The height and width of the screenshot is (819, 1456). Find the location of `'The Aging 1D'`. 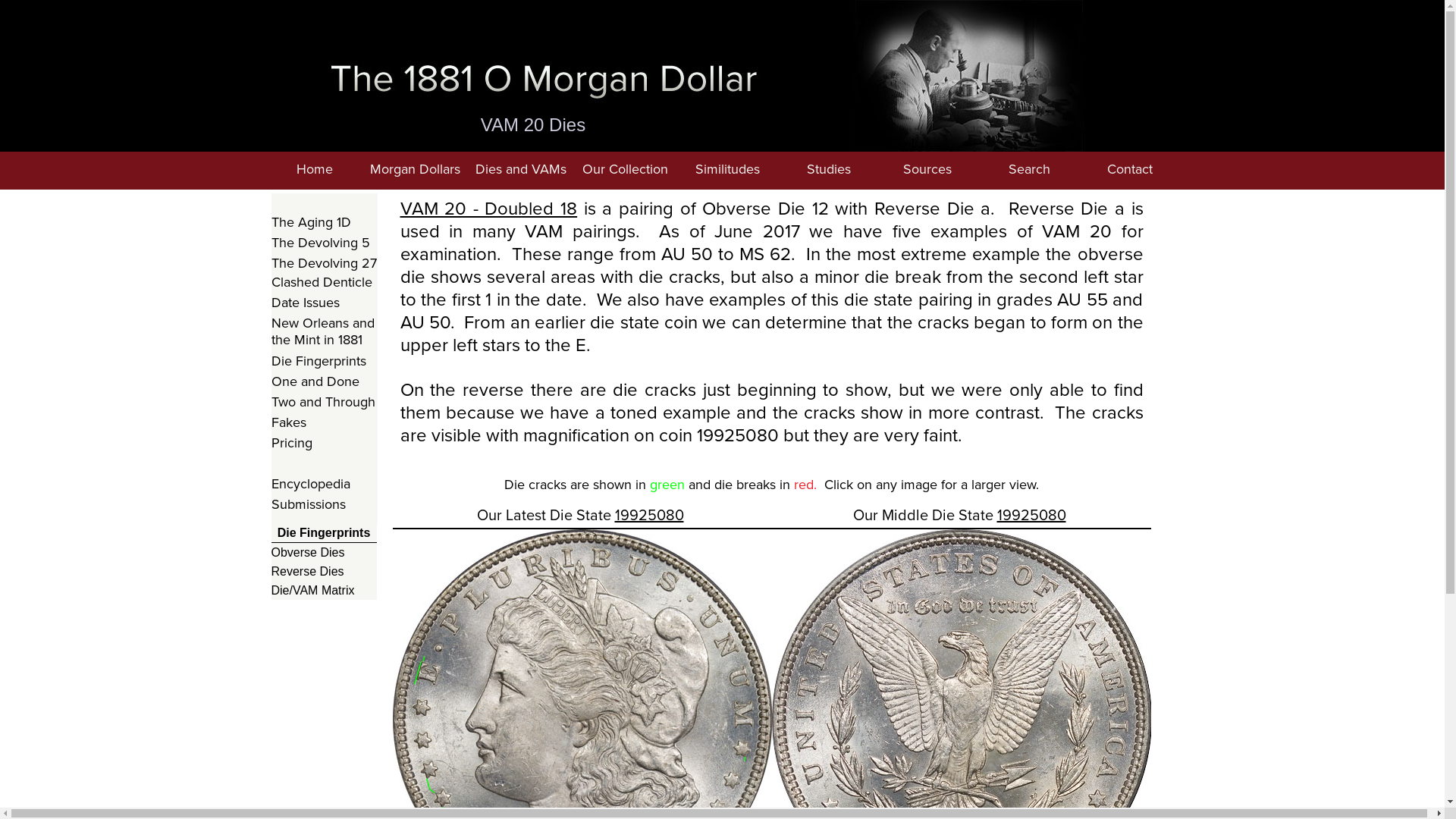

'The Aging 1D' is located at coordinates (323, 222).